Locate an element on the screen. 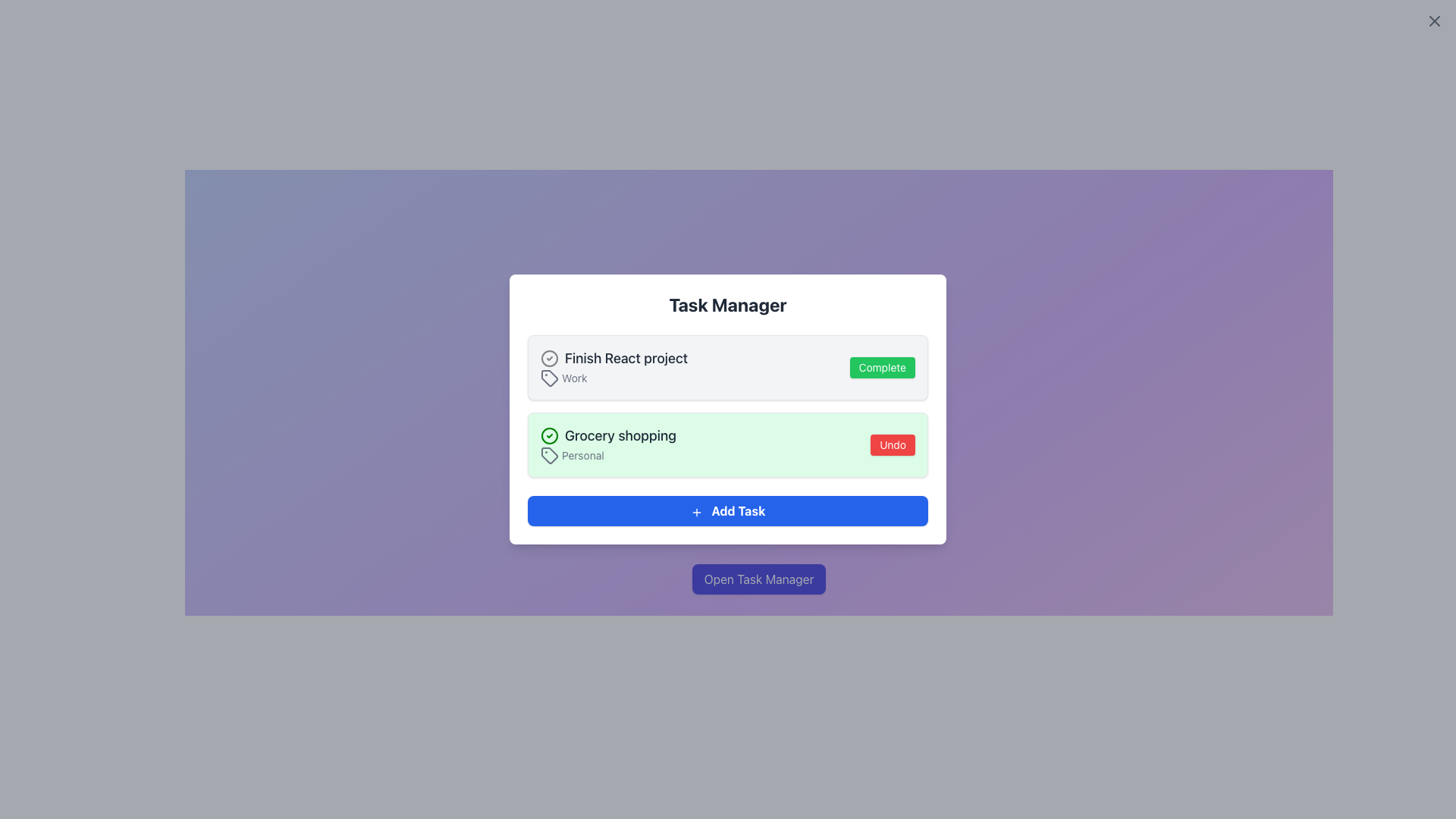 The height and width of the screenshot is (819, 1456). the green 'Complete' button with white text to mark the task 'Finish React project' as completed is located at coordinates (882, 368).